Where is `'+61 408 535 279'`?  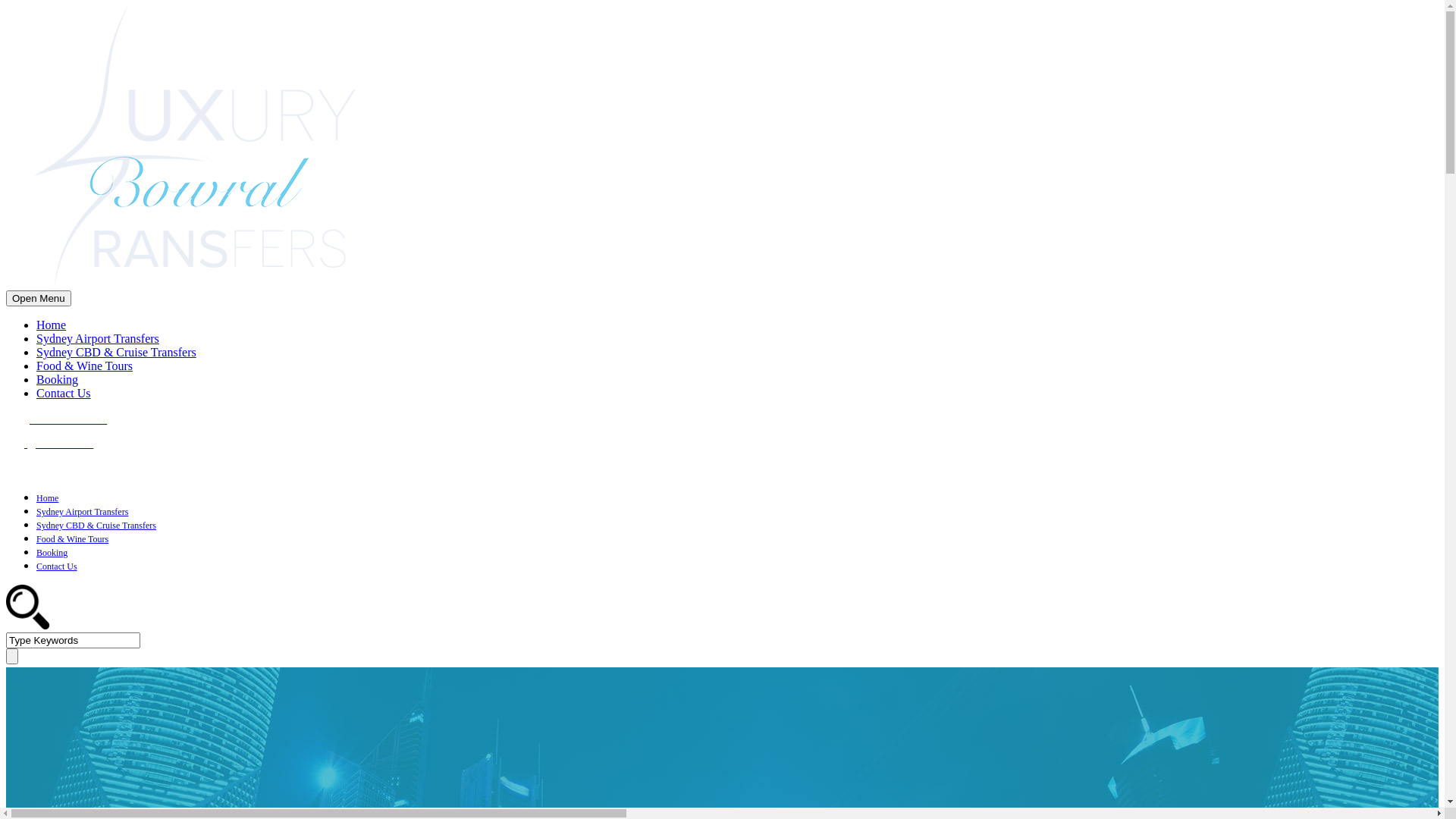 '+61 408 535 279' is located at coordinates (721, 424).